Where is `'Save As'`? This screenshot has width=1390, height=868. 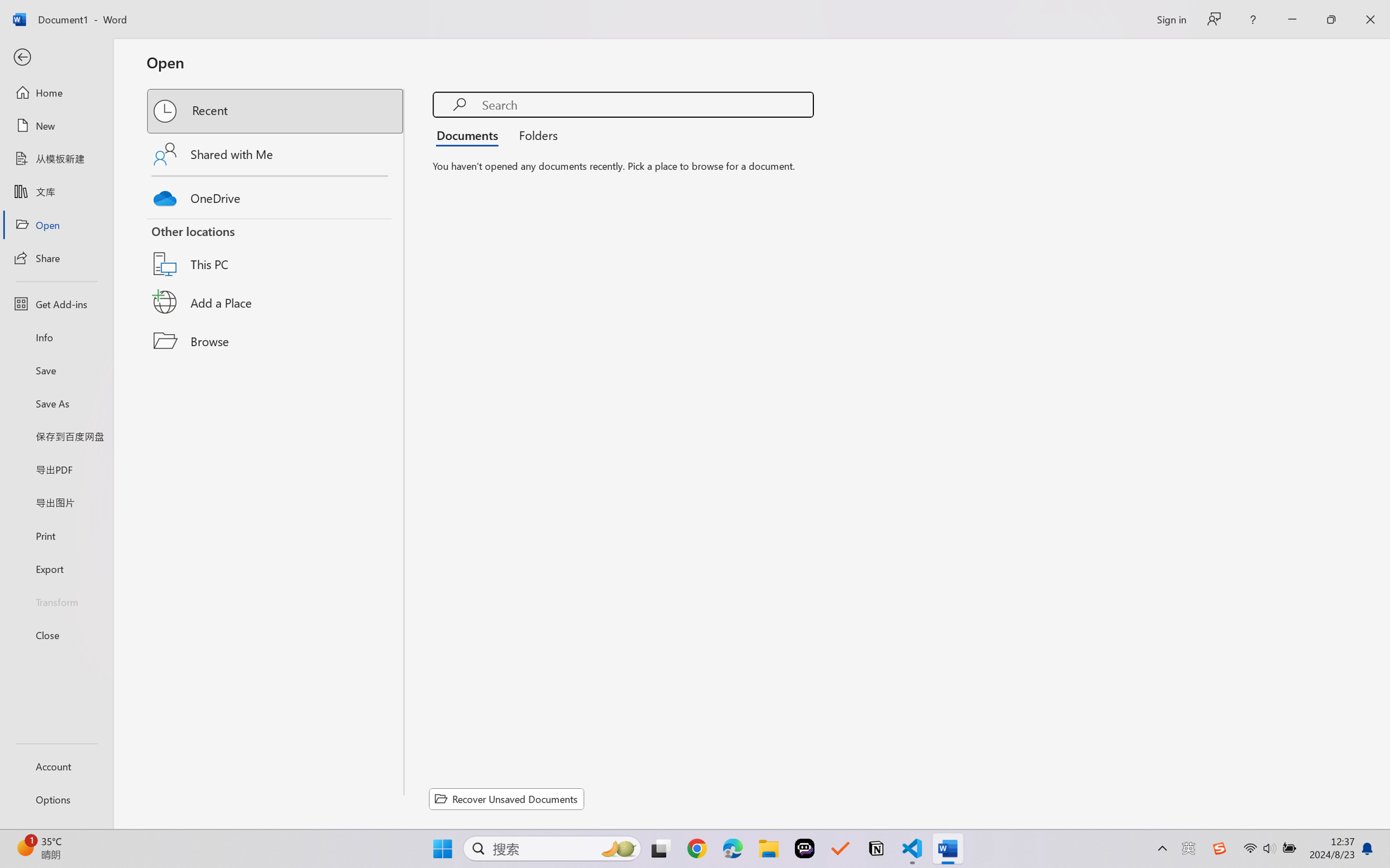
'Save As' is located at coordinates (56, 403).